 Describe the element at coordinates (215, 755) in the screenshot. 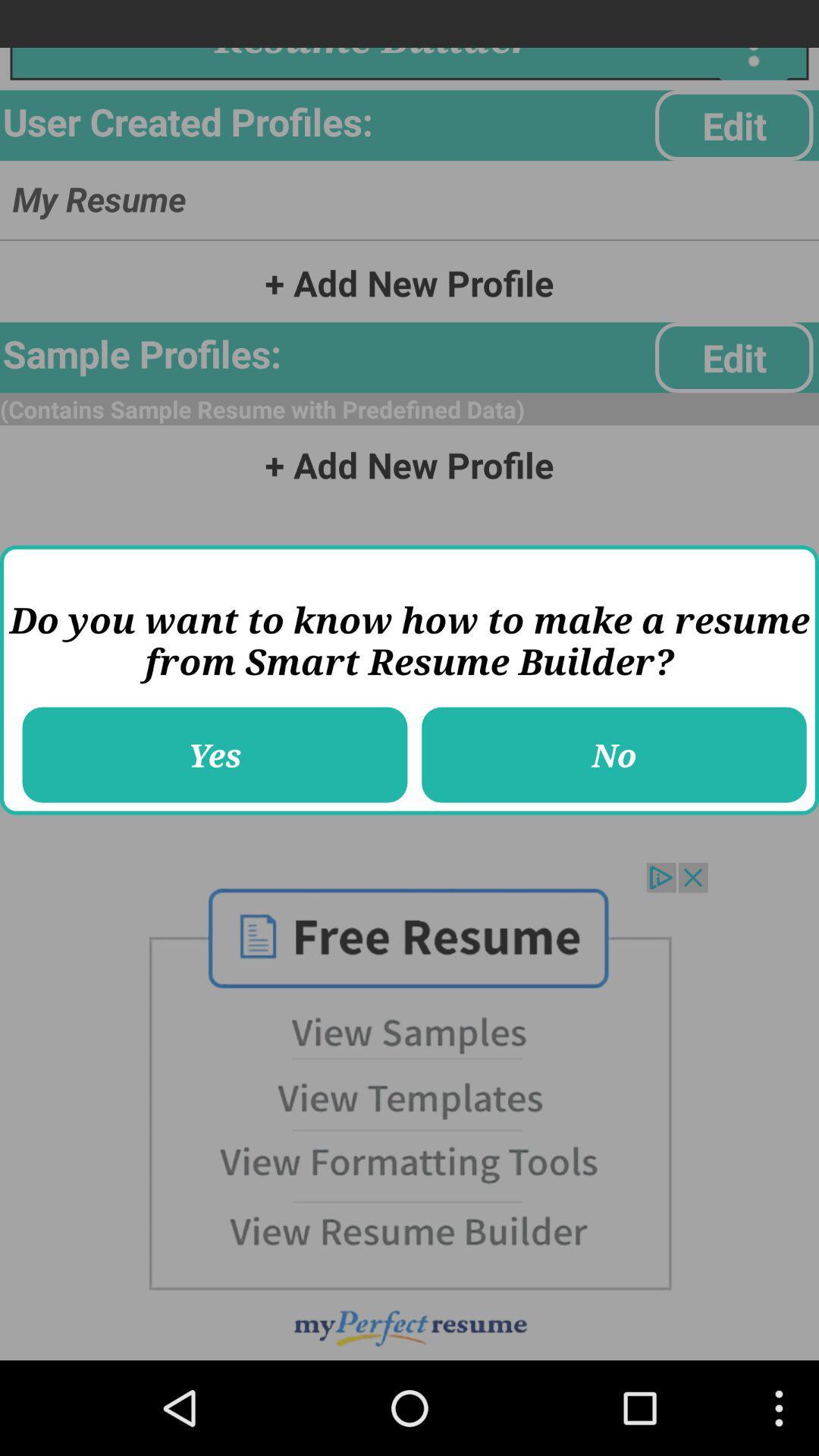

I see `button on the left` at that location.